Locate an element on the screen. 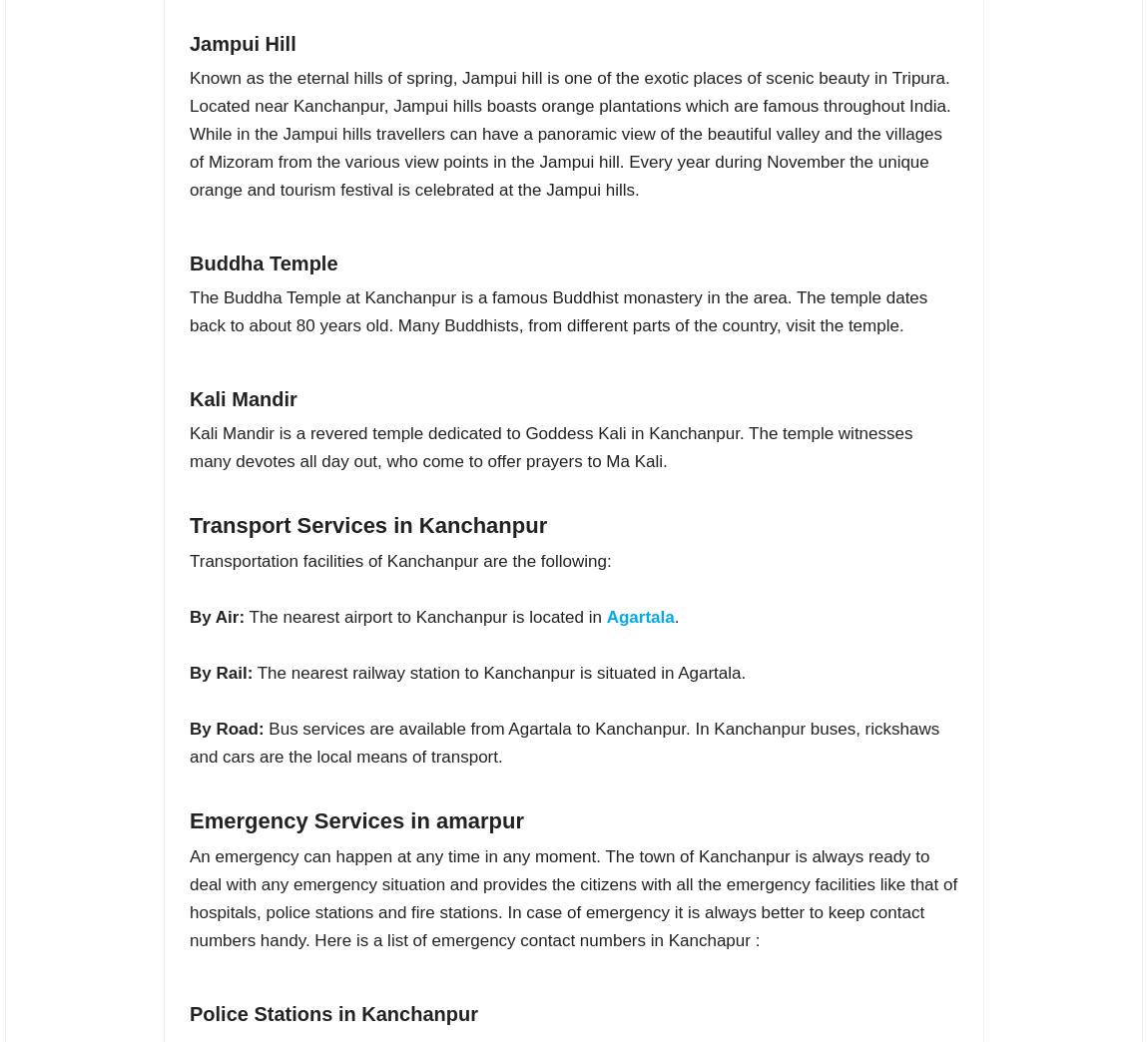 Image resolution: width=1148 pixels, height=1042 pixels. 'Police Stations in Kanchanpur' is located at coordinates (332, 1014).